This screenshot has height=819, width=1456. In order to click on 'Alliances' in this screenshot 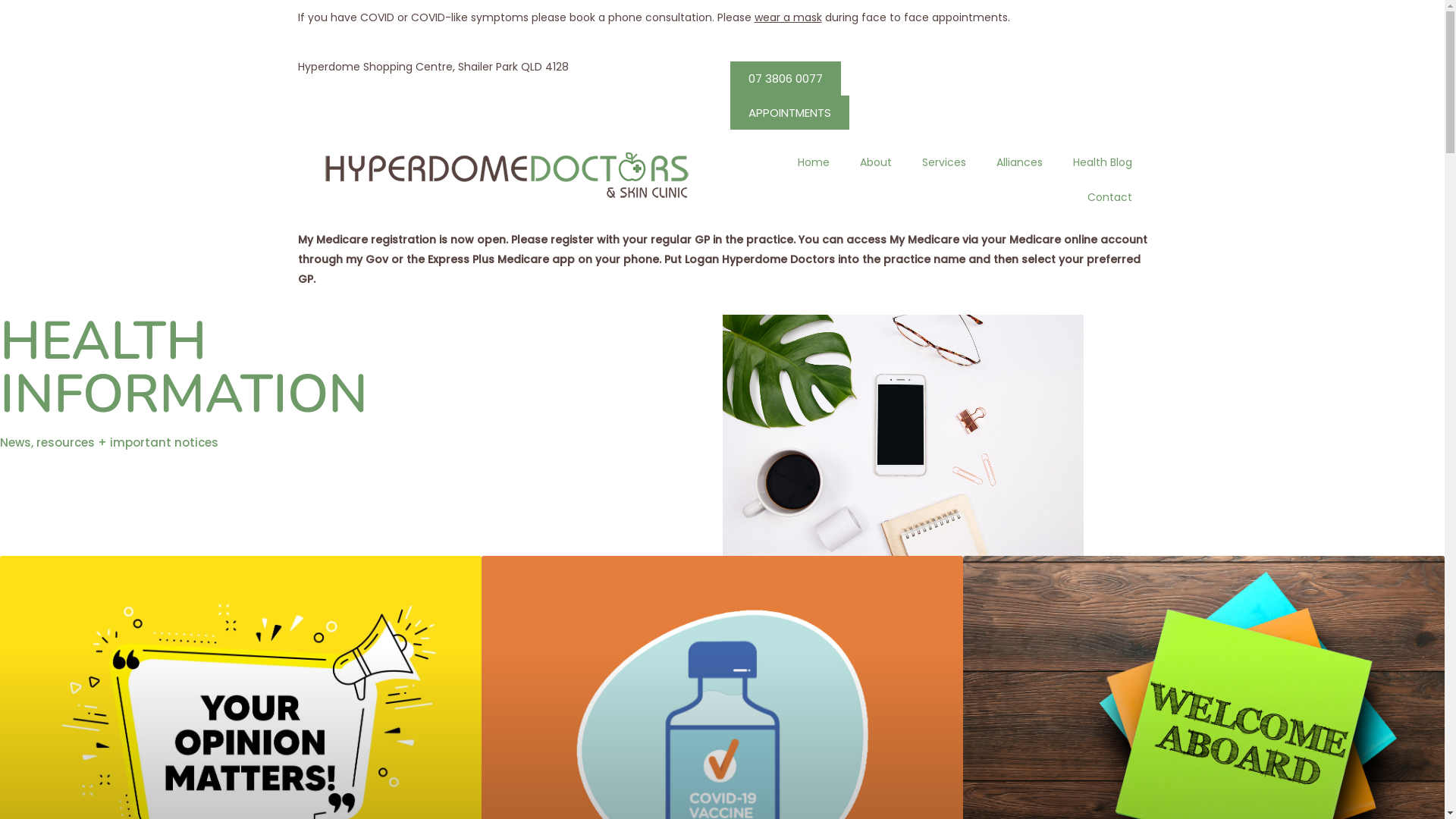, I will do `click(1019, 161)`.